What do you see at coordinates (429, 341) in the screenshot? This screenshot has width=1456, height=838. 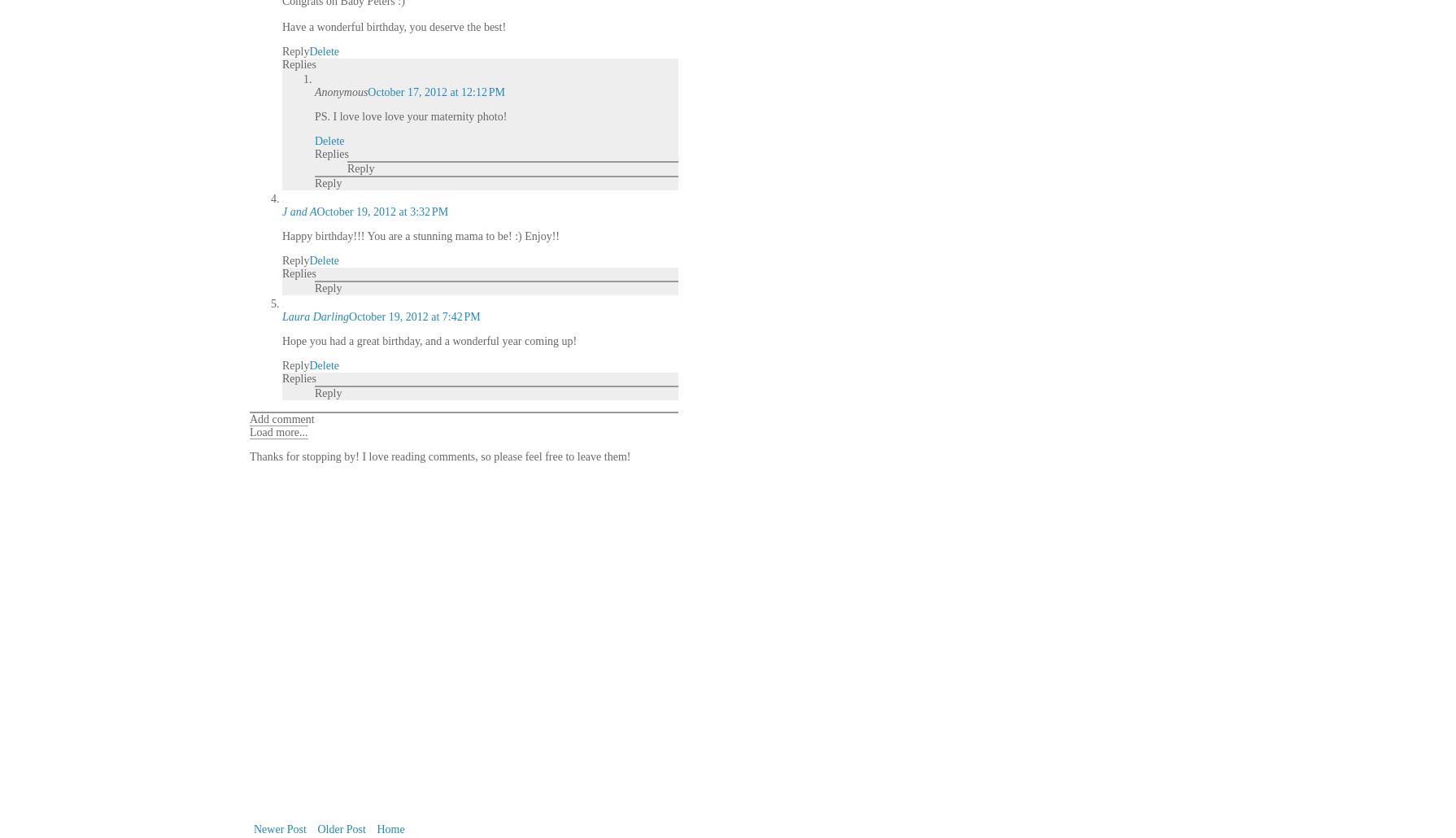 I see `'Hope you had a great birthday, and a wonderful year coming up!'` at bounding box center [429, 341].